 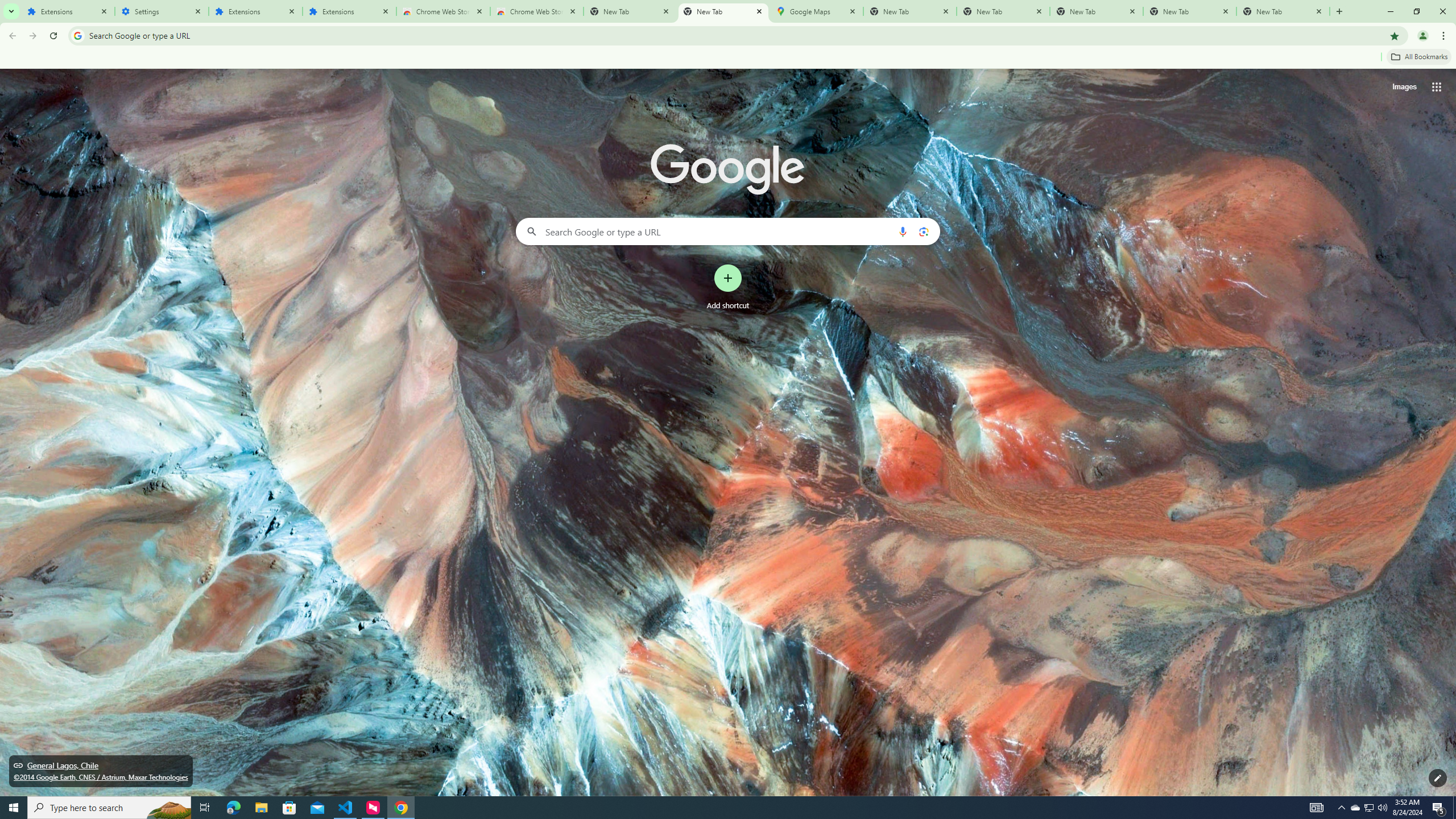 What do you see at coordinates (728, 230) in the screenshot?
I see `'Search Google or type a URL'` at bounding box center [728, 230].